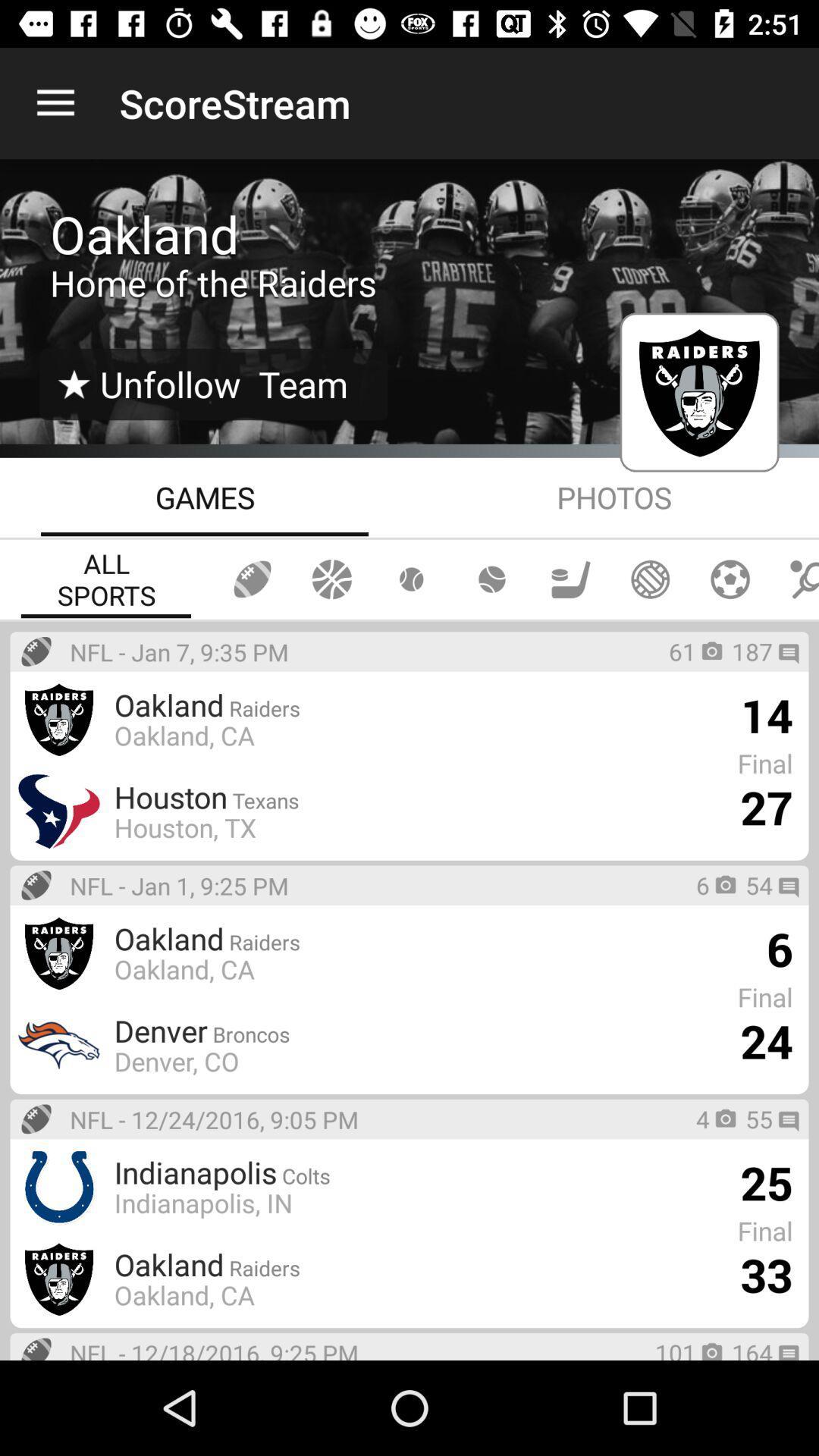 The height and width of the screenshot is (1456, 819). I want to click on denver, co icon, so click(176, 1060).